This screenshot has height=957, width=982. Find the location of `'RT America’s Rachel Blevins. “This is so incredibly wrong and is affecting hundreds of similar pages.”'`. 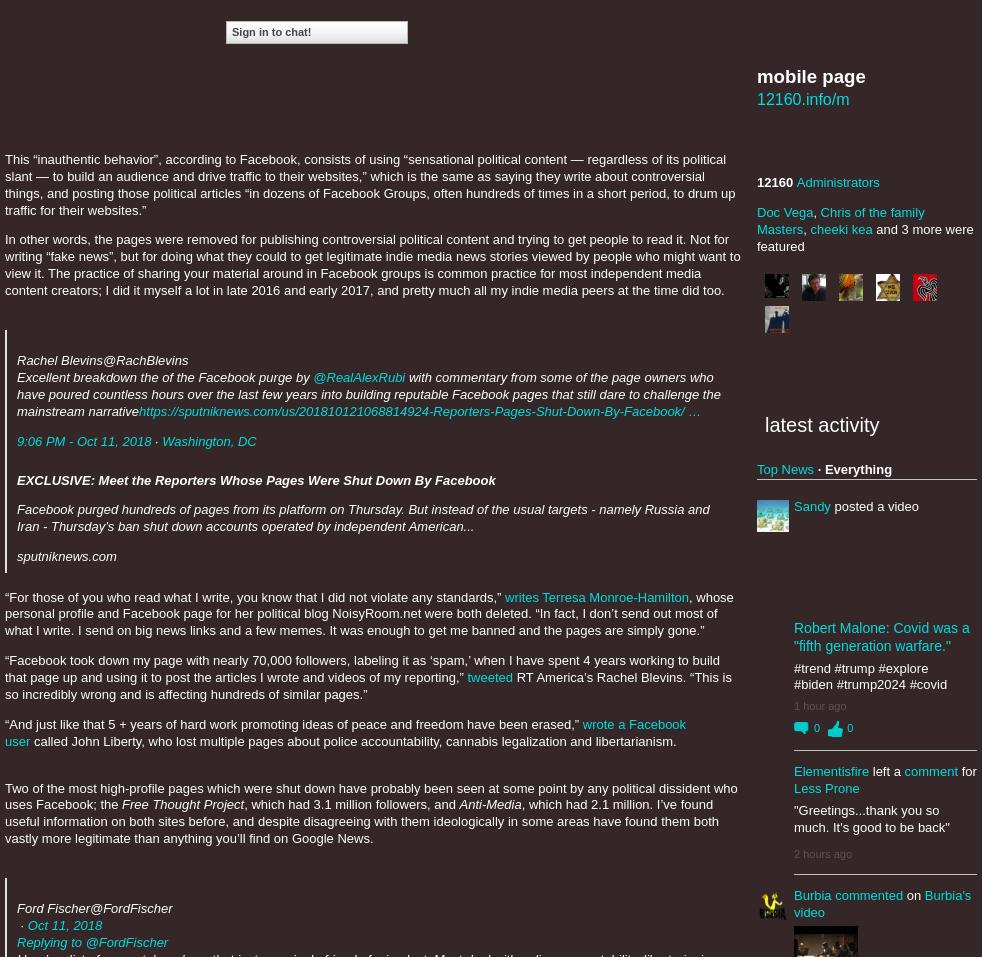

'RT America’s Rachel Blevins. “This is so incredibly wrong and is affecting hundreds of similar pages.”' is located at coordinates (367, 685).